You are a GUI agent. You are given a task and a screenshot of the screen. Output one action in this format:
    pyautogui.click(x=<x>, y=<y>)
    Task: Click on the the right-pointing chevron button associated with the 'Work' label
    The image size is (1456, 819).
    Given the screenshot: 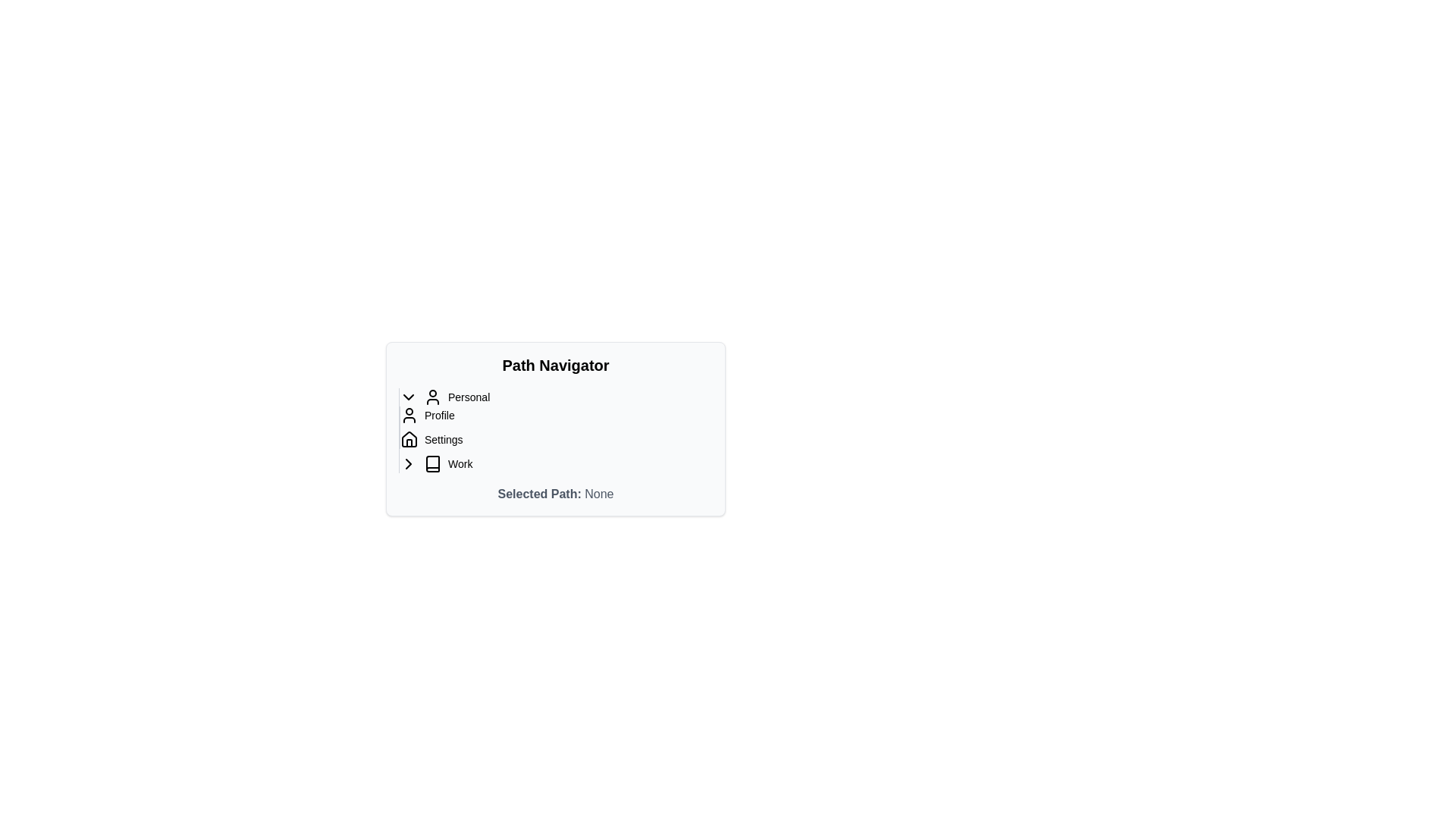 What is the action you would take?
    pyautogui.click(x=408, y=463)
    